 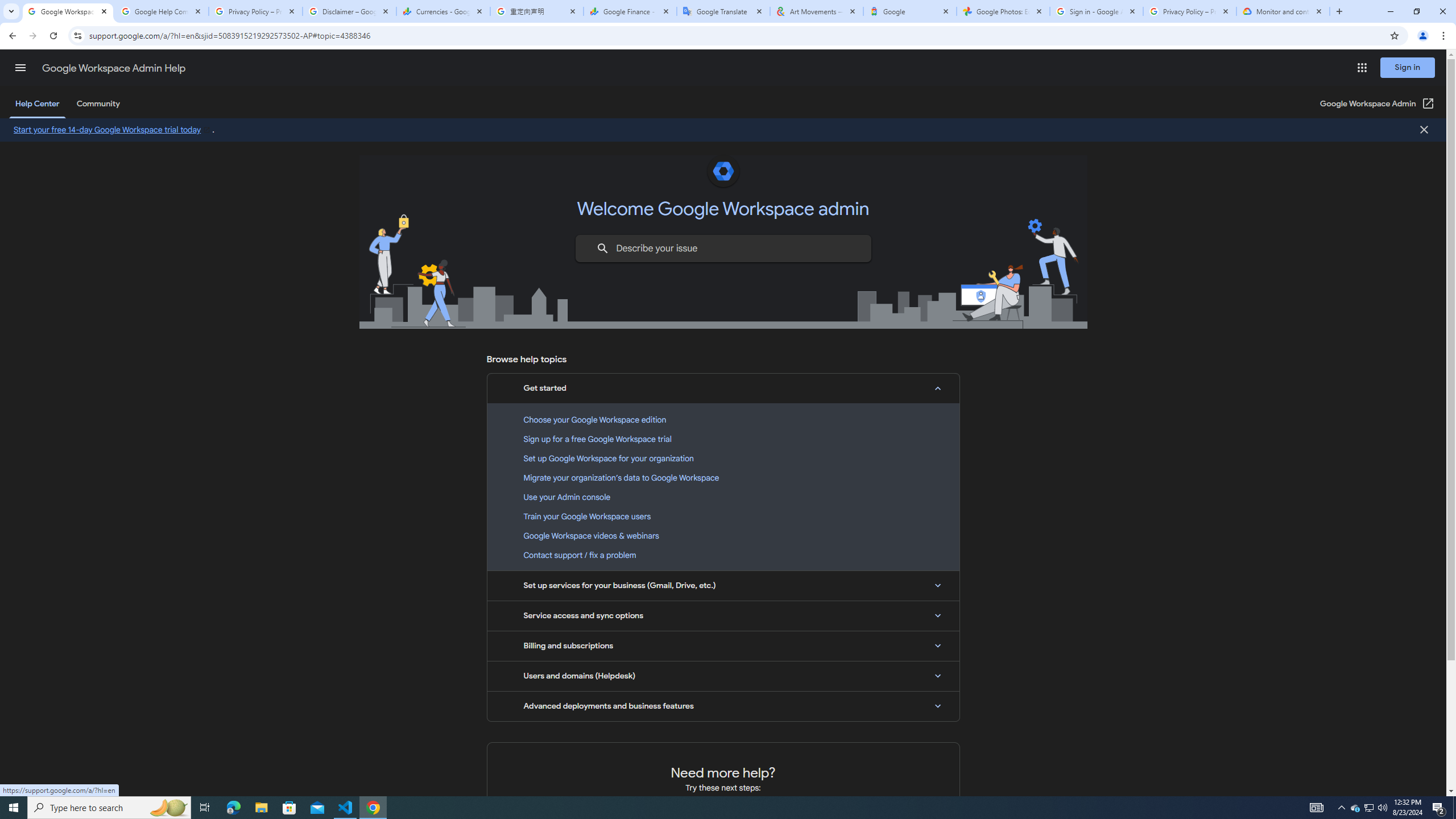 What do you see at coordinates (113, 68) in the screenshot?
I see `'Google Workspace Admin Help'` at bounding box center [113, 68].